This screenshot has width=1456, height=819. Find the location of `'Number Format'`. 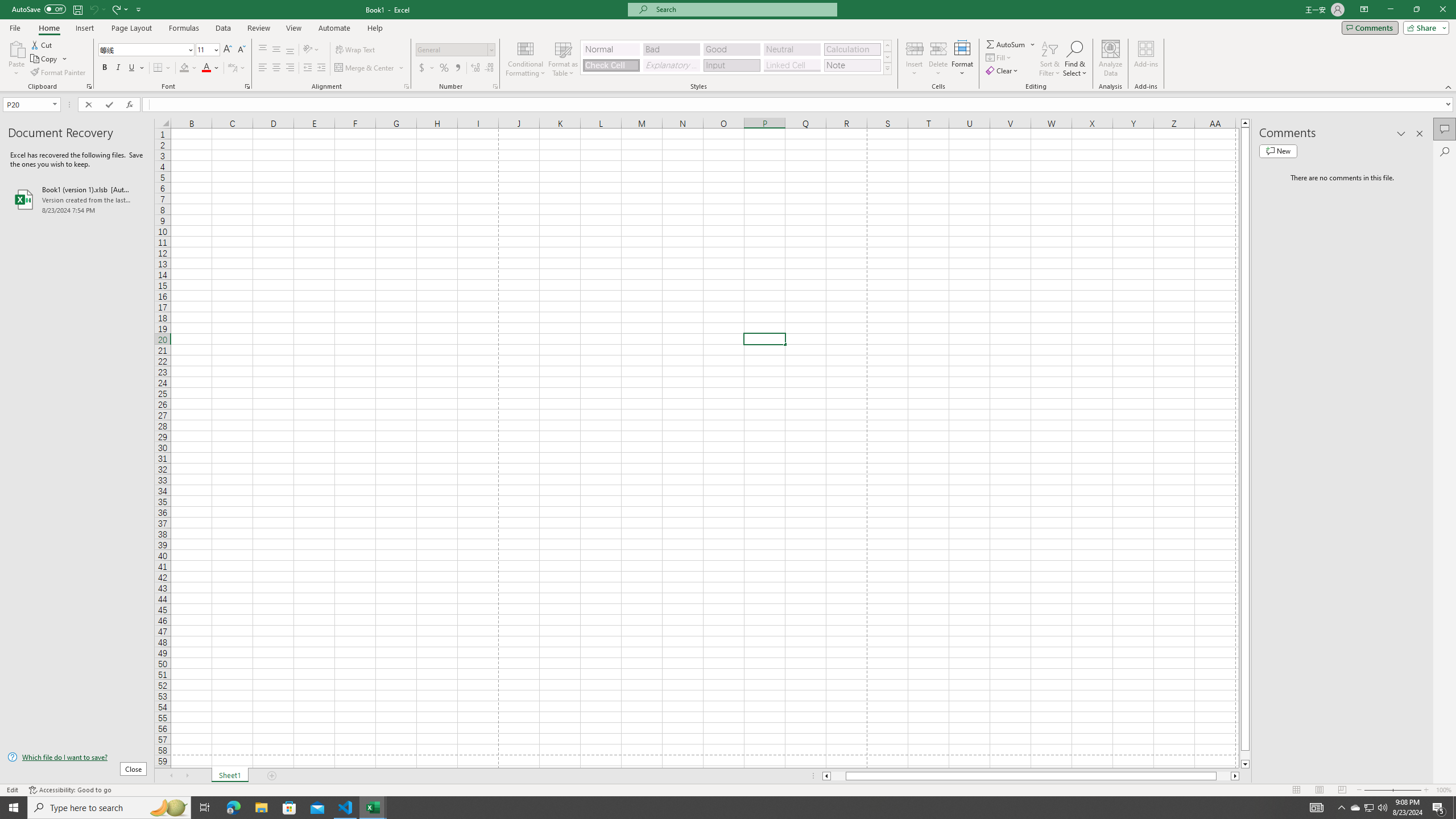

'Number Format' is located at coordinates (452, 49).